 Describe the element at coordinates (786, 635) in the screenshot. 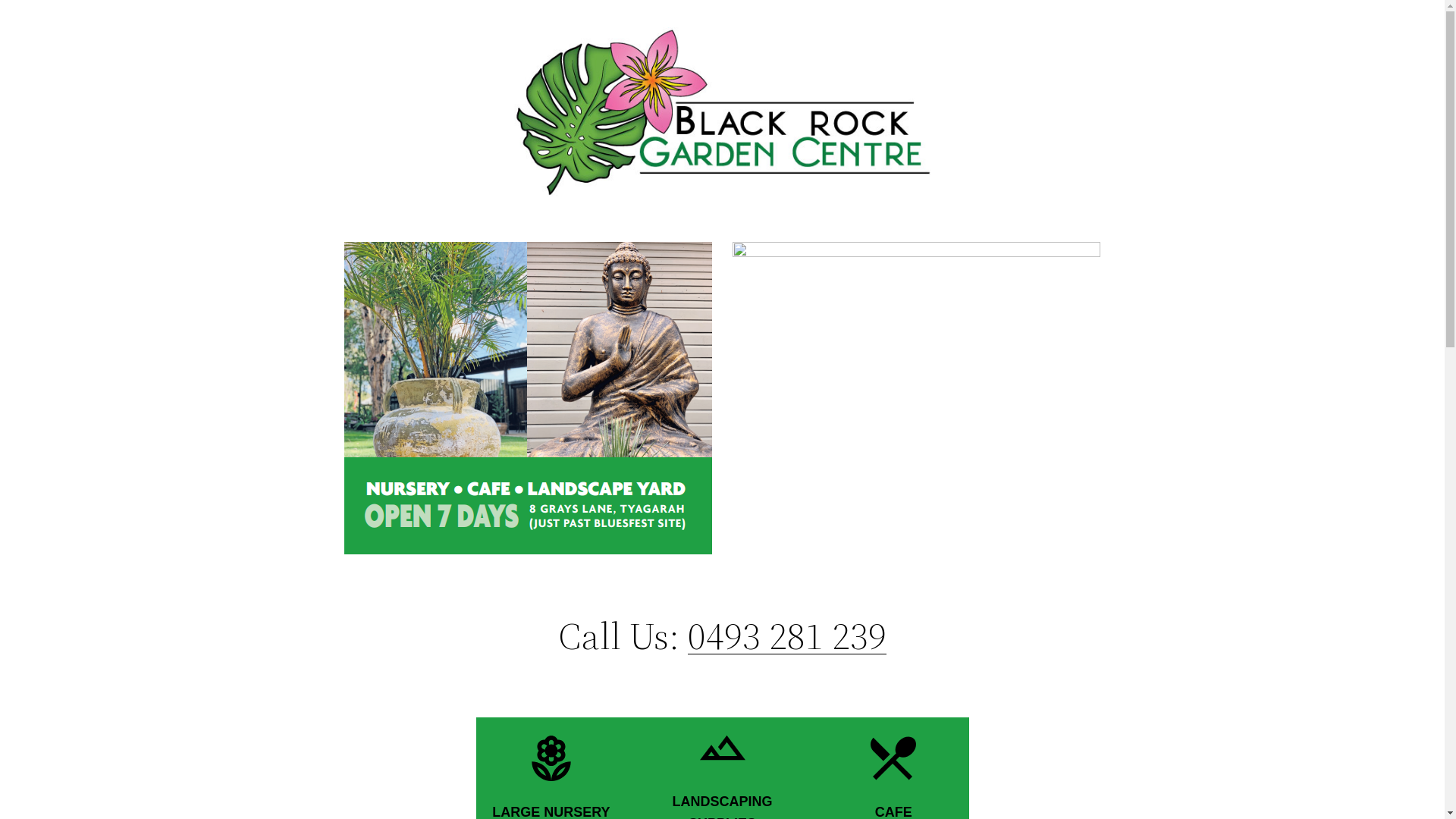

I see `'0493 281 239'` at that location.